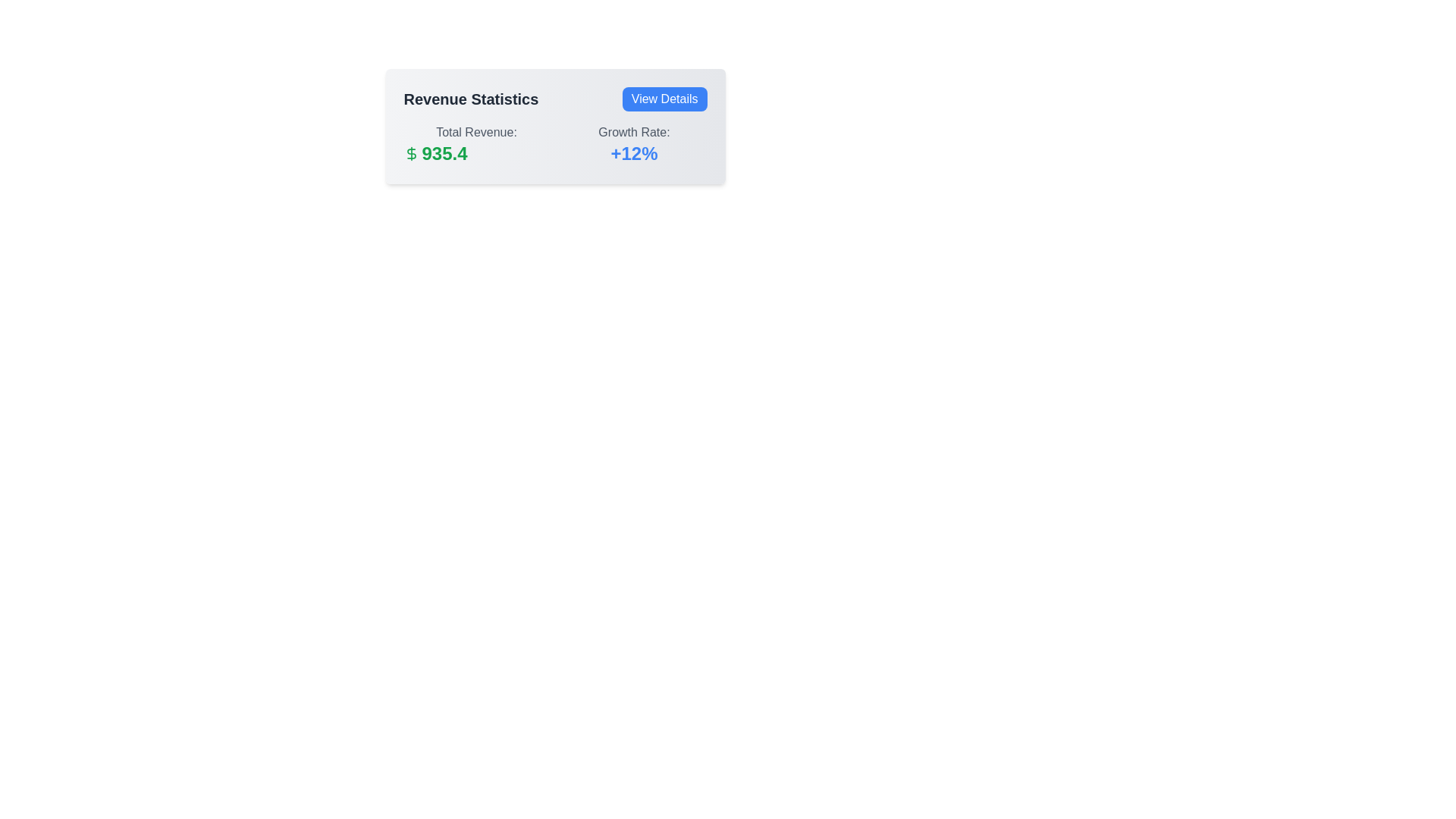  Describe the element at coordinates (475, 145) in the screenshot. I see `the informational text with graphical icon that displays the total revenue, located in the left part of the revenue information section` at that location.